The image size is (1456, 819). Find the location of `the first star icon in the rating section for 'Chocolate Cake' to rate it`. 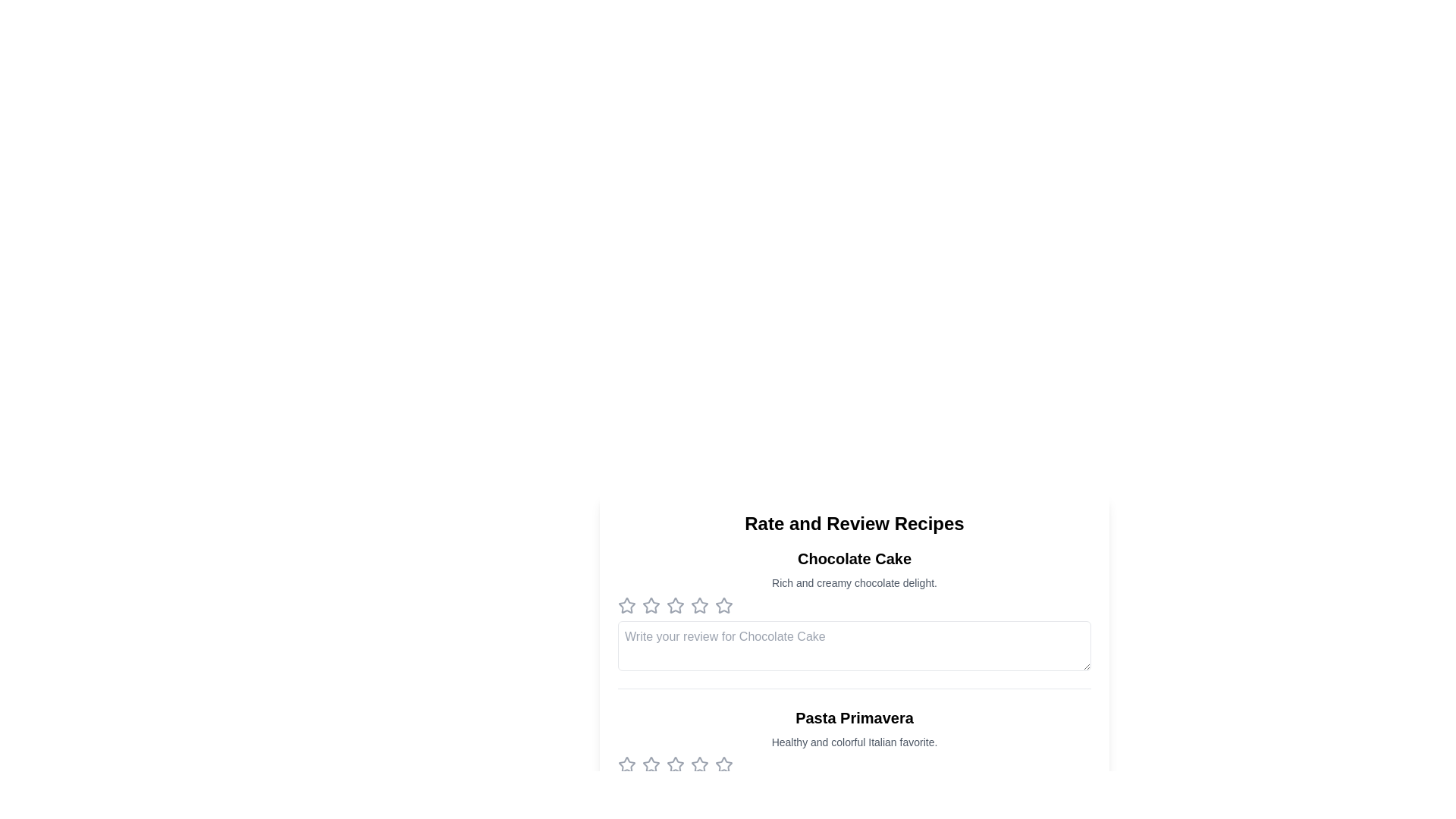

the first star icon in the rating section for 'Chocolate Cake' to rate it is located at coordinates (626, 604).